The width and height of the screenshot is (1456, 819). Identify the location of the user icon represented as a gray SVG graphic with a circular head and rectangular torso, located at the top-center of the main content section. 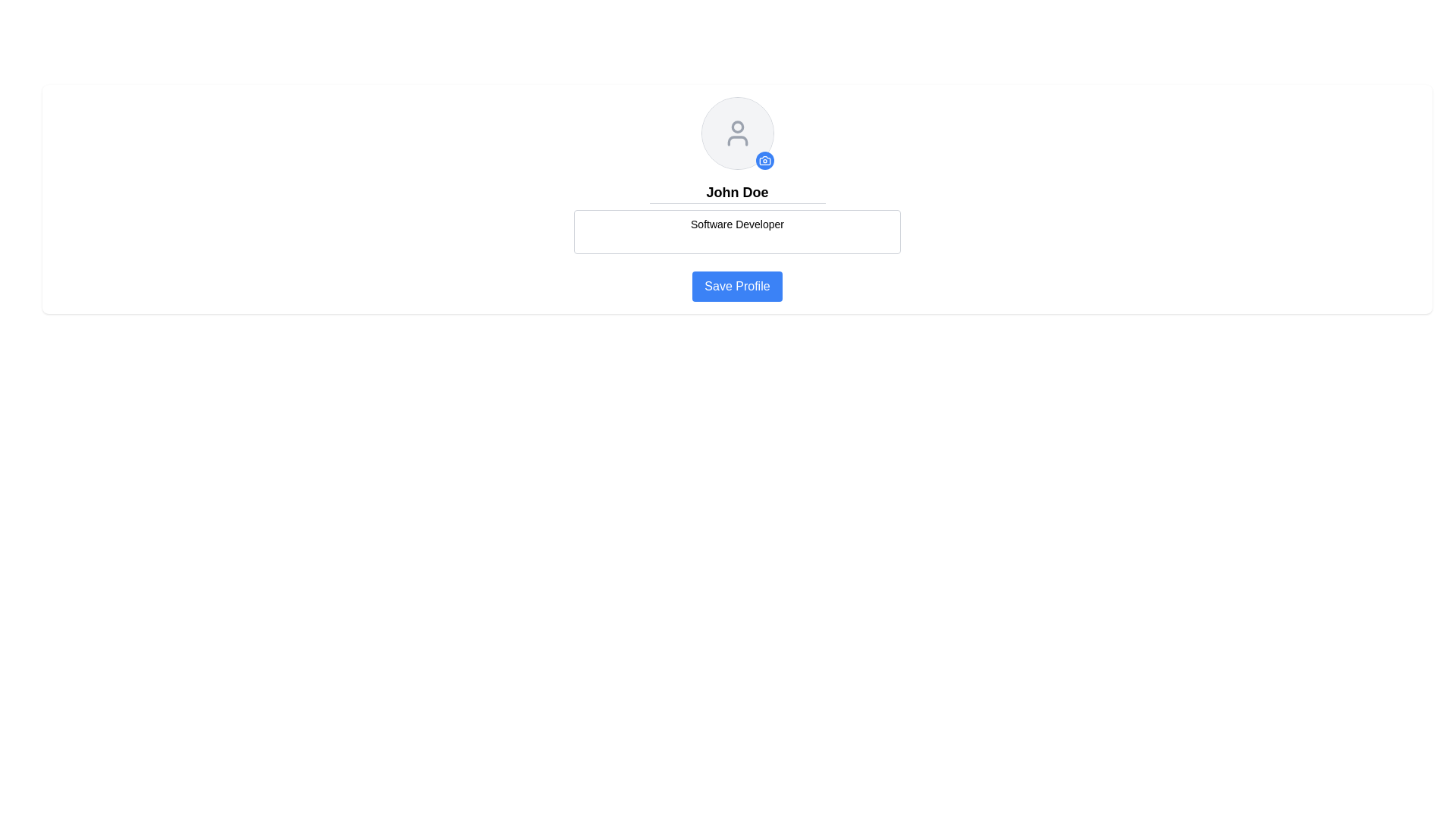
(737, 133).